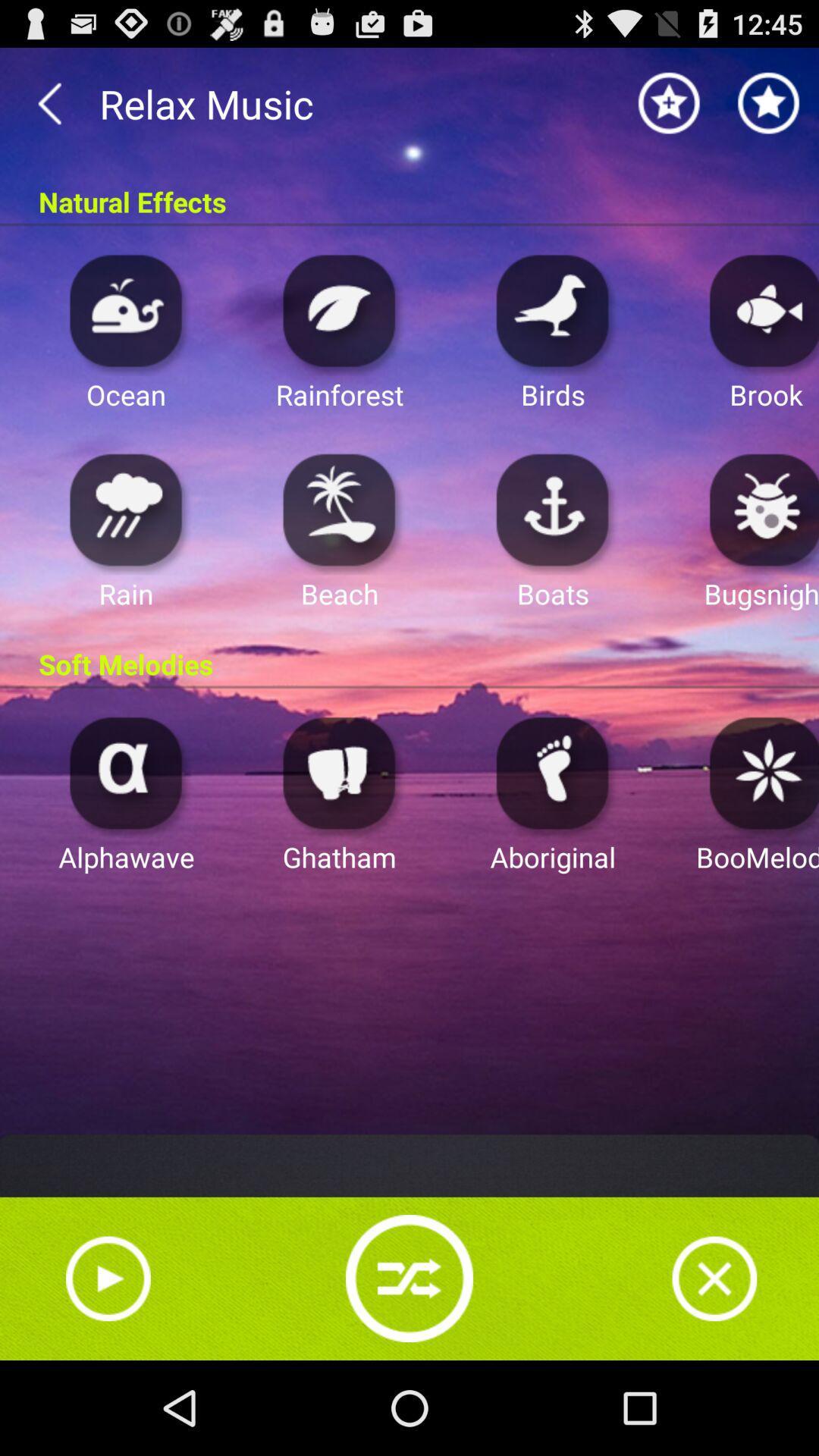 Image resolution: width=819 pixels, height=1456 pixels. Describe the element at coordinates (553, 509) in the screenshot. I see `plays the boat relax music` at that location.